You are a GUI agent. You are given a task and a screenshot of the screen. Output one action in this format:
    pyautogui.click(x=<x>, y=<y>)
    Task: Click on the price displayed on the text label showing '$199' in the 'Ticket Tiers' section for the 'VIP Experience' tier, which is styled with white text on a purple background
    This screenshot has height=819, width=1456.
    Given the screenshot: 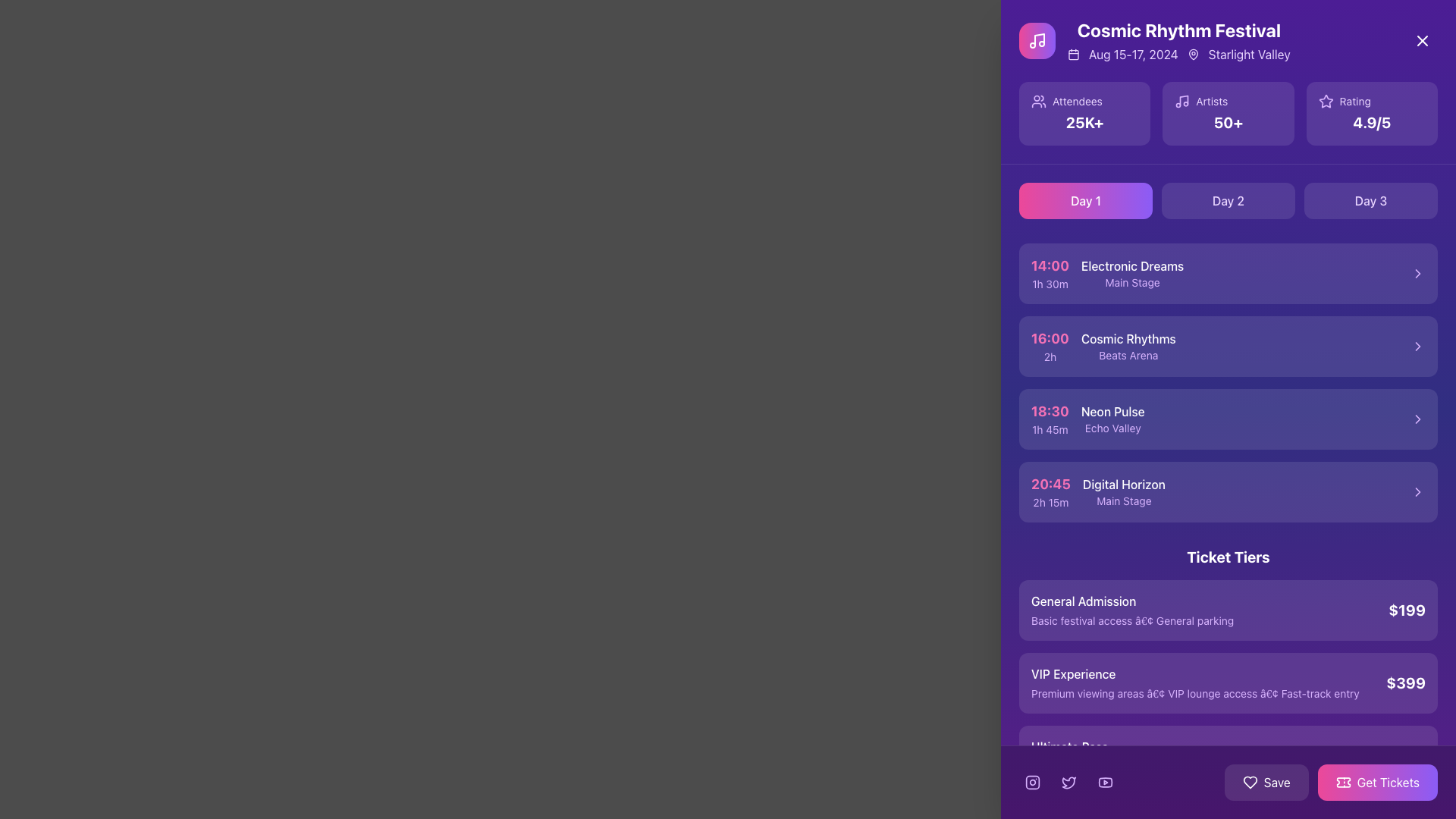 What is the action you would take?
    pyautogui.click(x=1406, y=609)
    